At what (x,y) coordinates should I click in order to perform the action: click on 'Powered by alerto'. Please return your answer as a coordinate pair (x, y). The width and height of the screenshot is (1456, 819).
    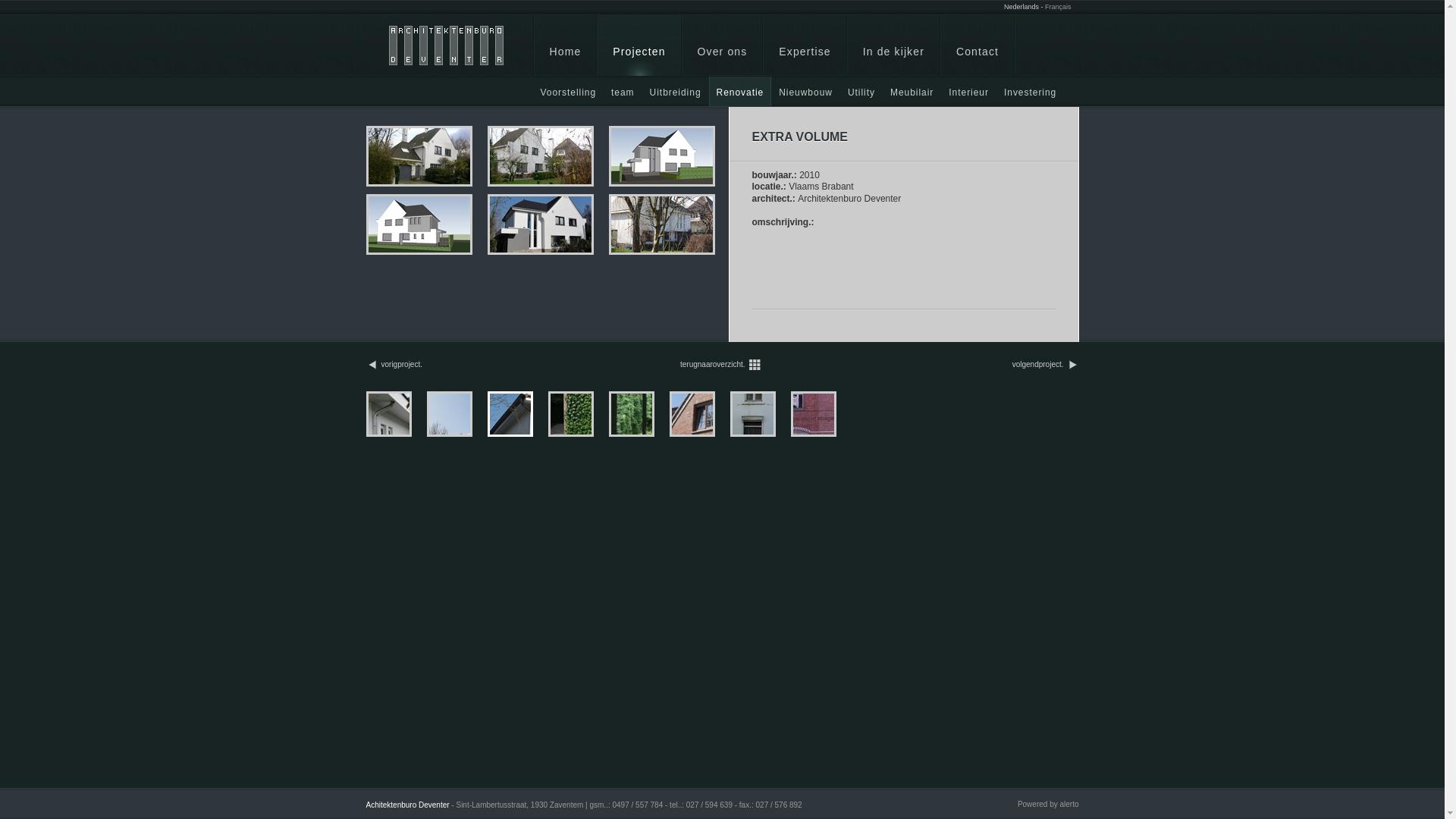
    Looking at the image, I should click on (1018, 803).